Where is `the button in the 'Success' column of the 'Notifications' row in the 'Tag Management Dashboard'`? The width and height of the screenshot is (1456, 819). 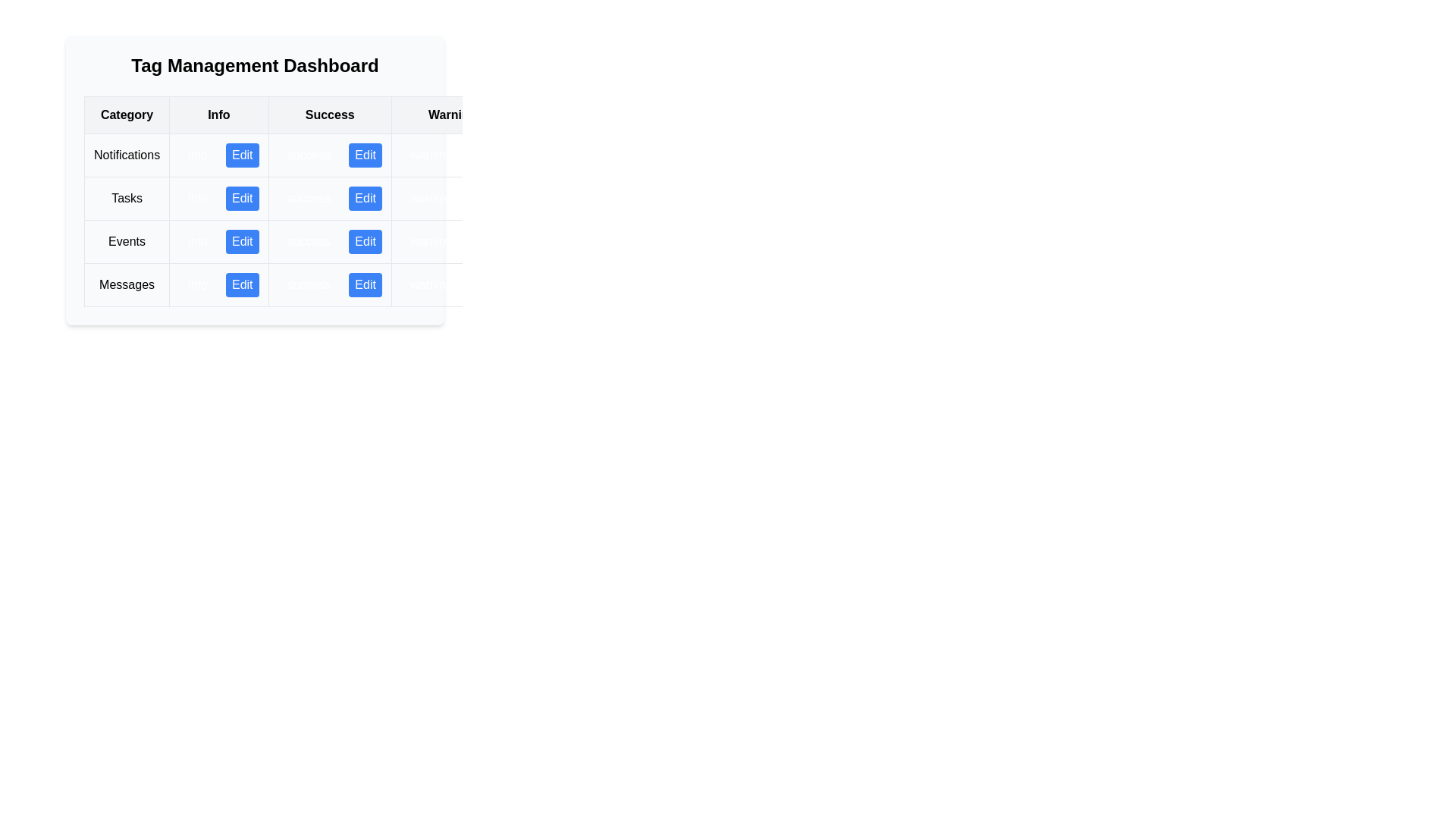 the button in the 'Success' column of the 'Notifications' row in the 'Tag Management Dashboard' is located at coordinates (365, 155).